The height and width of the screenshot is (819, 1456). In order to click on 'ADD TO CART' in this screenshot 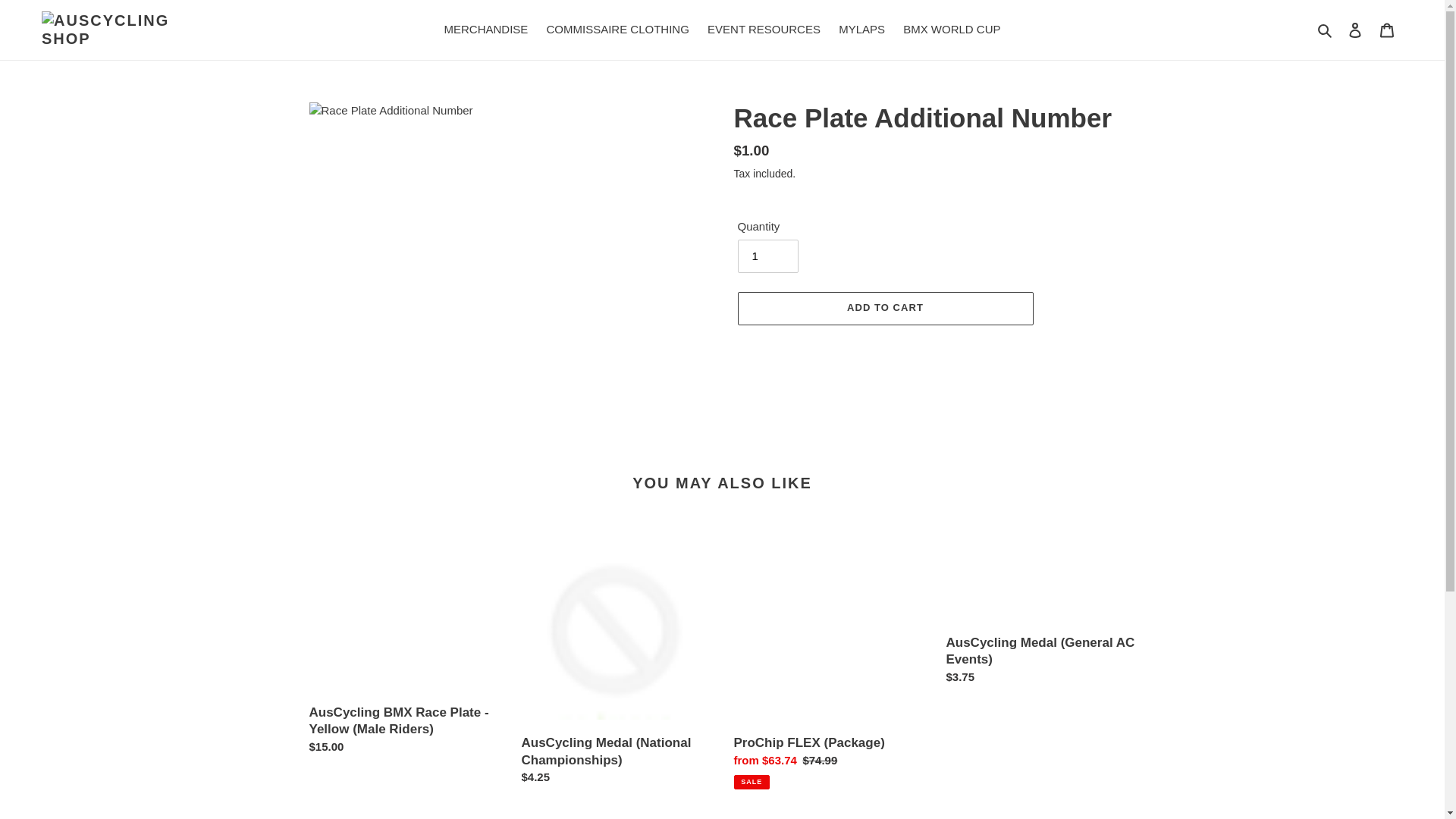, I will do `click(884, 308)`.